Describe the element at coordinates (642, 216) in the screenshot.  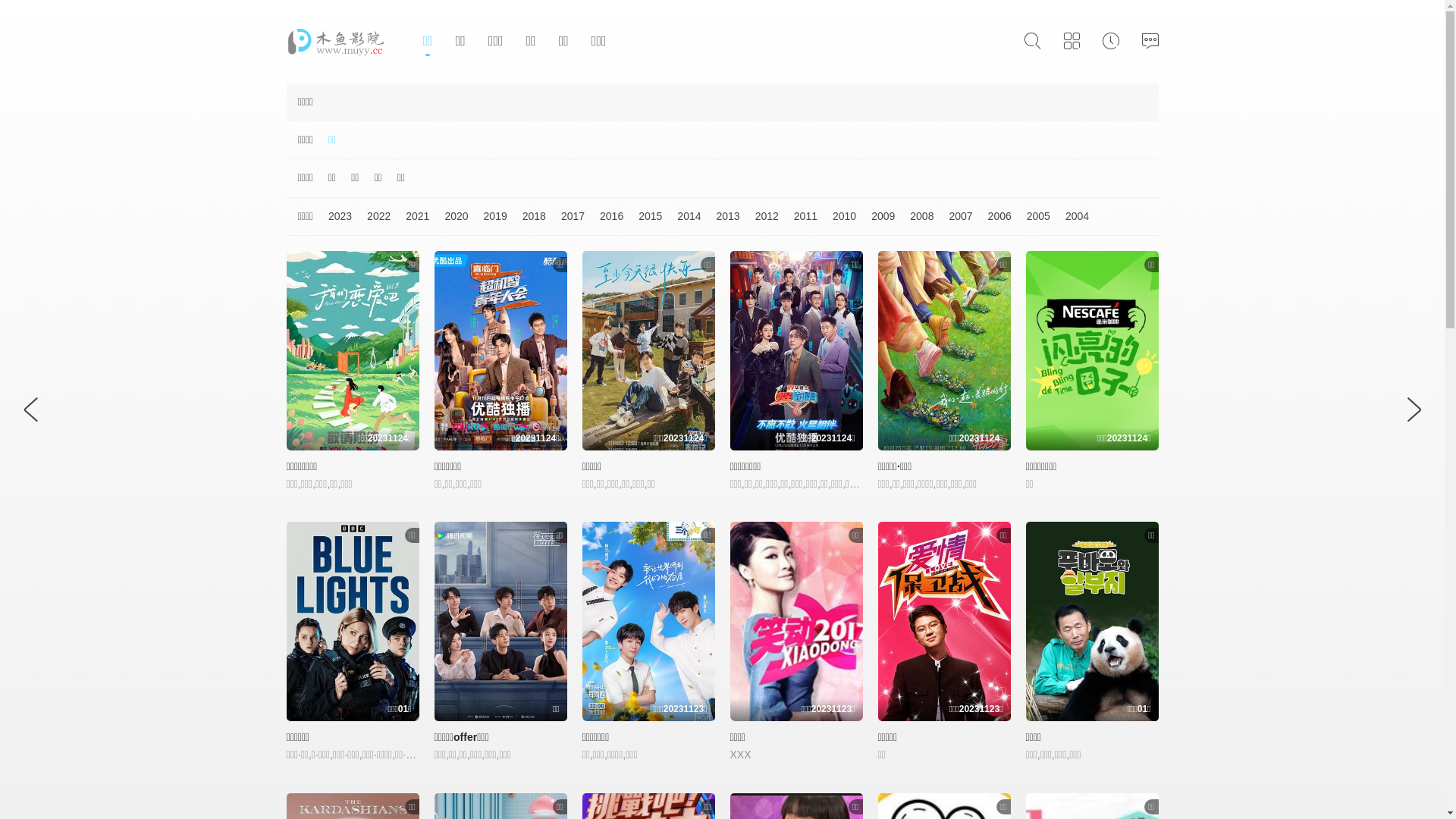
I see `'2015'` at that location.